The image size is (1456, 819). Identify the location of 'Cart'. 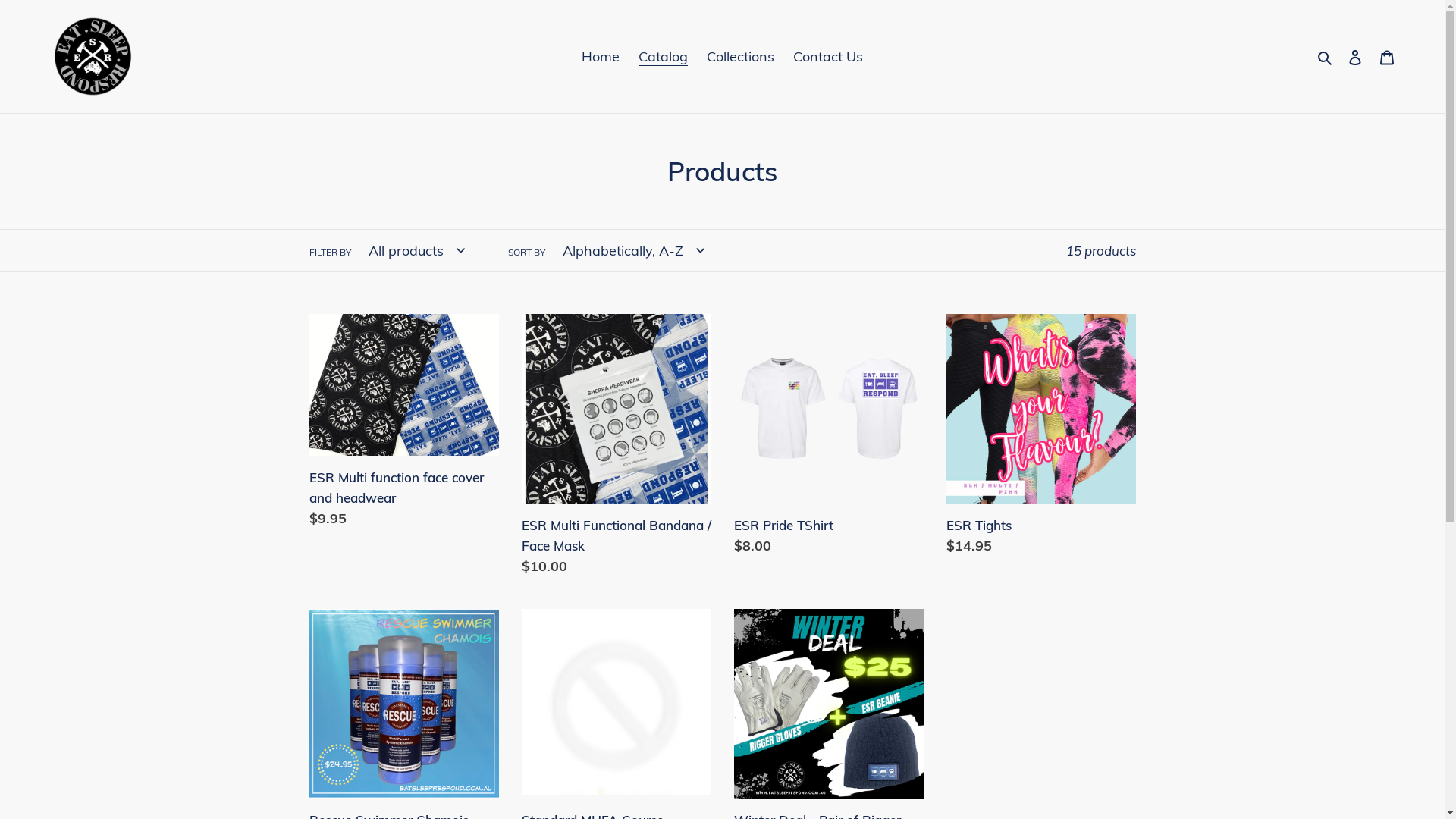
(1386, 55).